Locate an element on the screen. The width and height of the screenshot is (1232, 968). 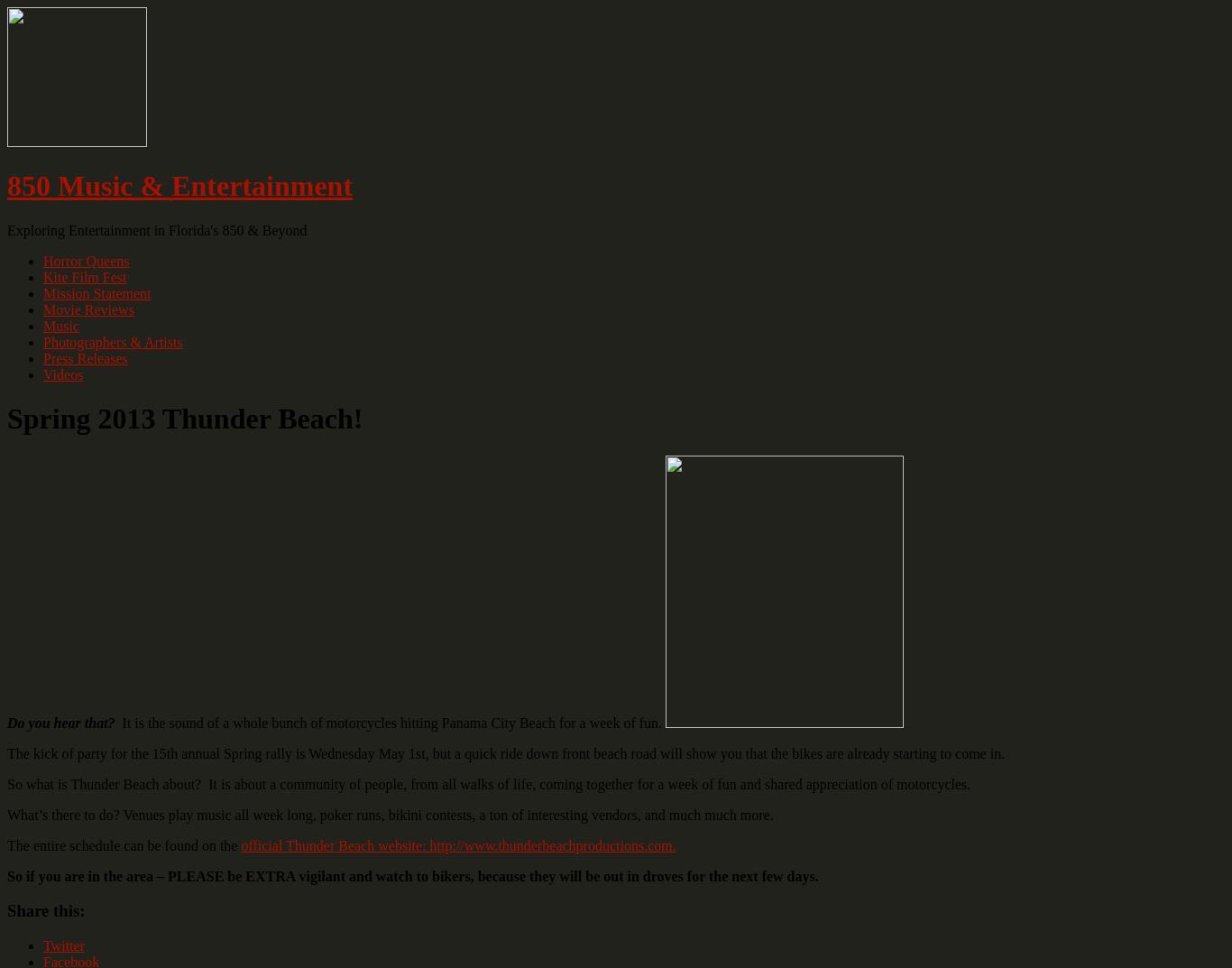
'Videos' is located at coordinates (62, 373).